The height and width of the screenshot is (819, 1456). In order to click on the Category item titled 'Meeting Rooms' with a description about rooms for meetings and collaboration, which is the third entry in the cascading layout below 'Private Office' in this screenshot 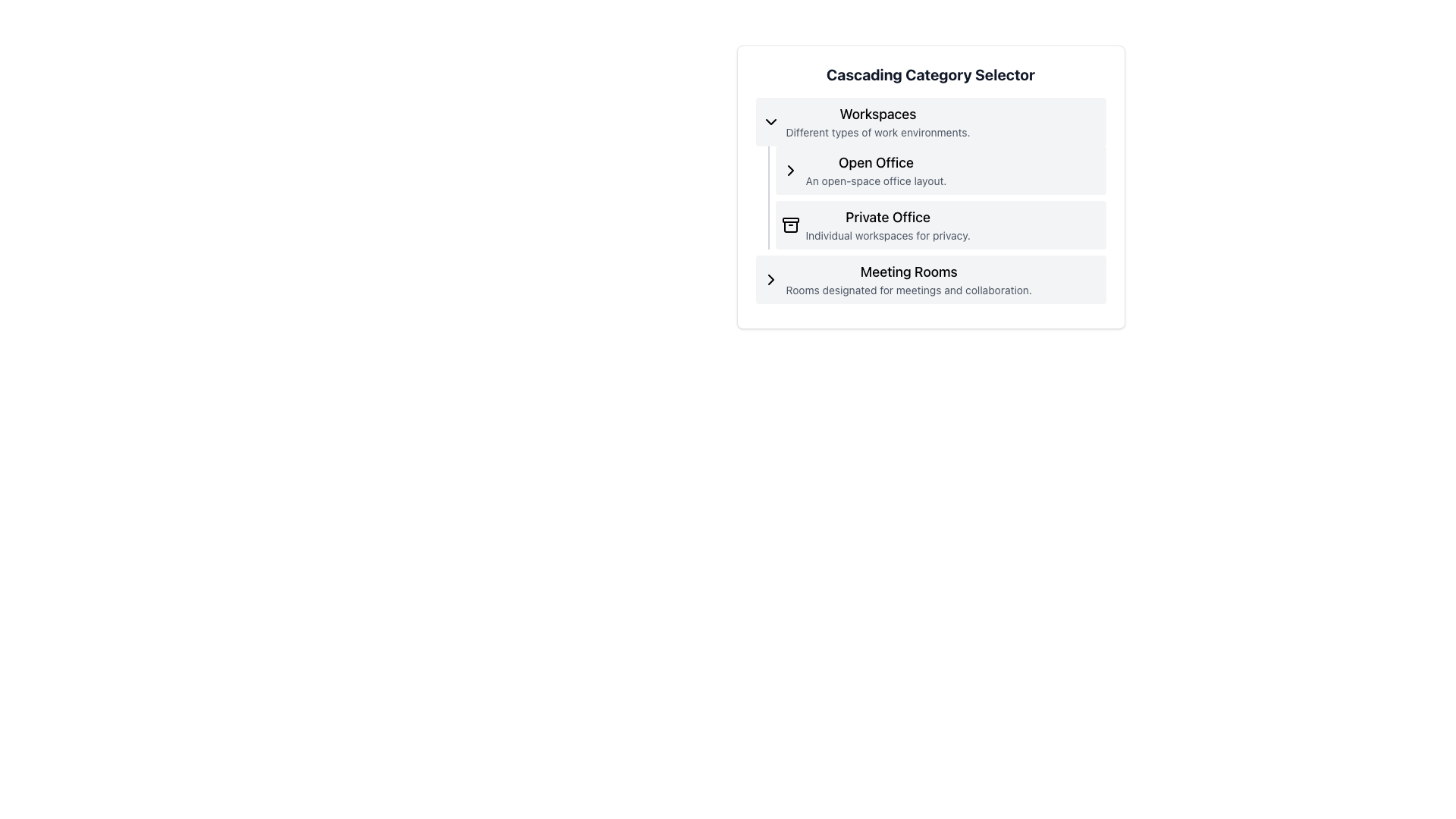, I will do `click(908, 280)`.